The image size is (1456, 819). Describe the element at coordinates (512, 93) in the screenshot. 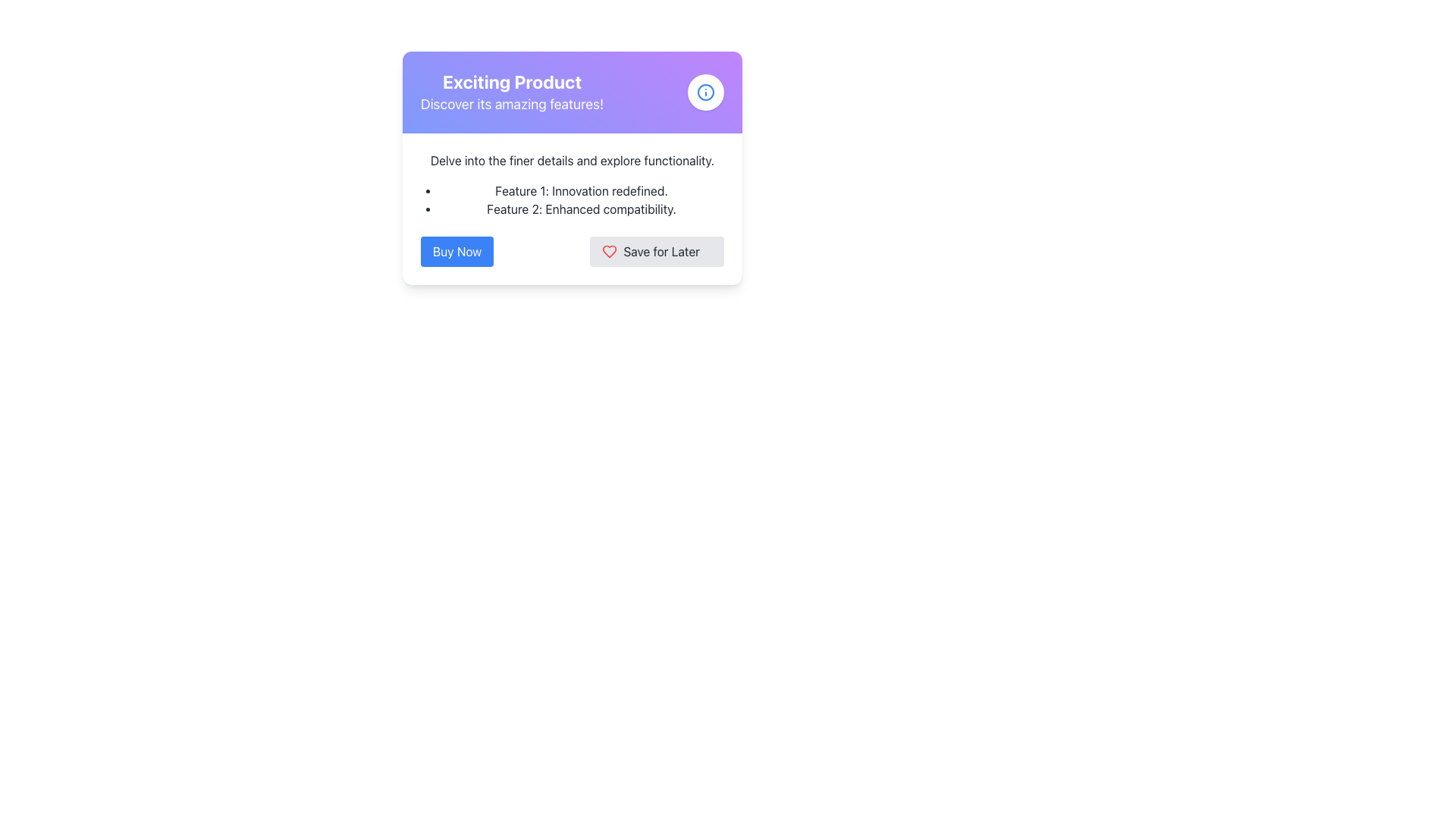

I see `text displayed in the top-left corner of the card interface, which includes 'Exciting Product' and 'Discover its amazing features!' on a purple background` at that location.